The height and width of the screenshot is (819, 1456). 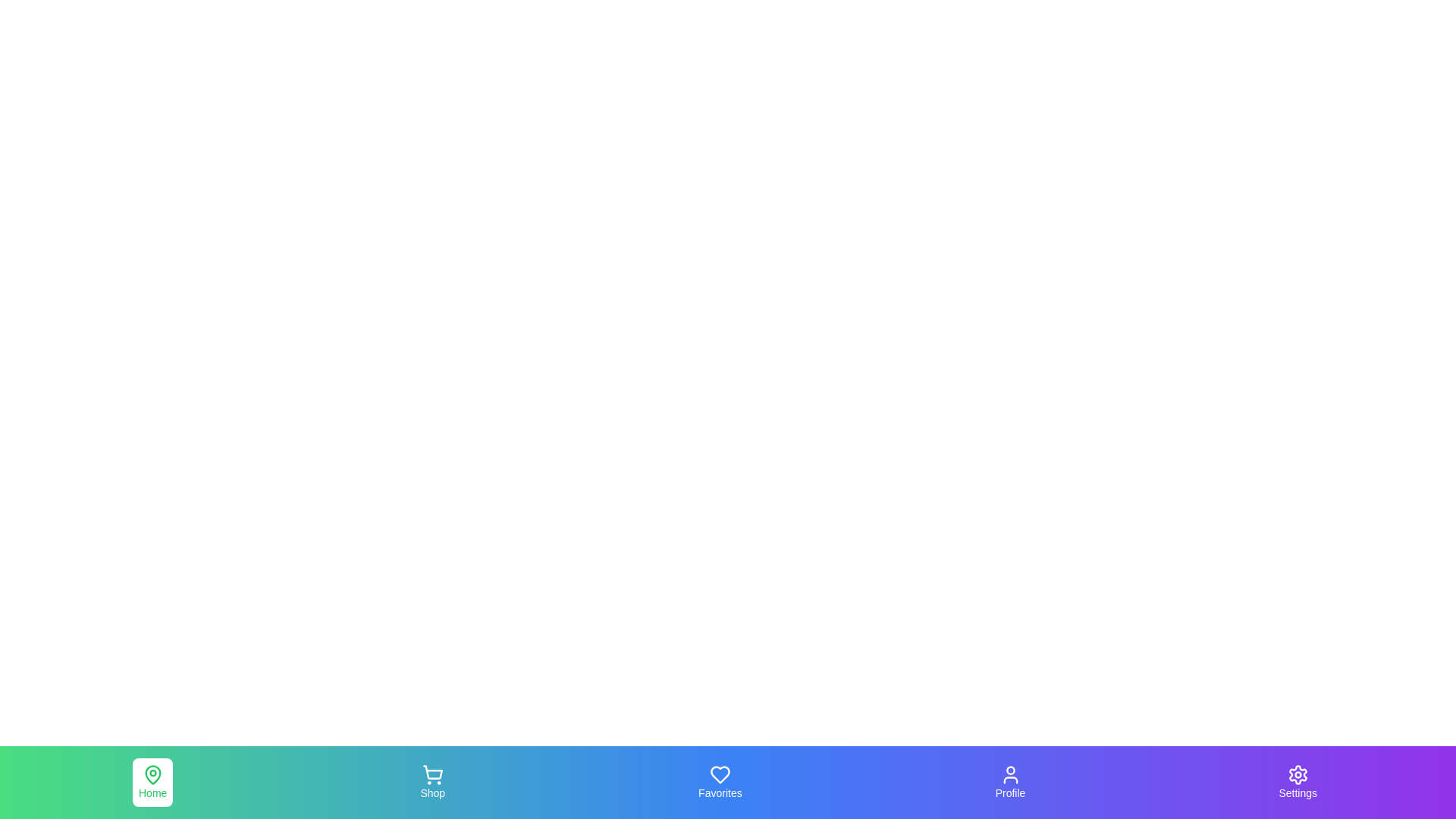 I want to click on the tab icon for Profile for visual inspection, so click(x=1009, y=783).